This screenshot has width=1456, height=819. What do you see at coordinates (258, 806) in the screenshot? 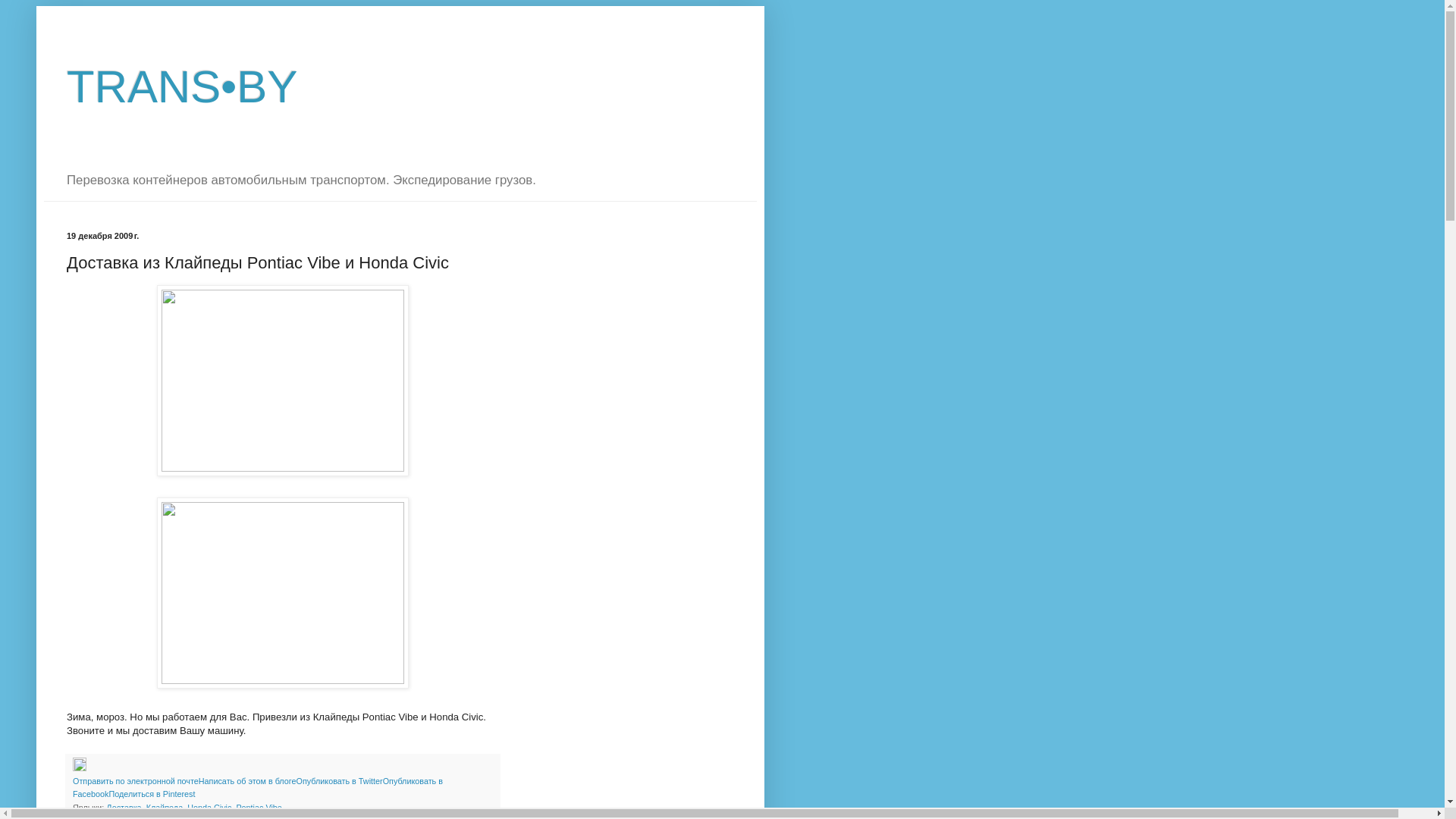
I see `'Pontiac Vibe'` at bounding box center [258, 806].